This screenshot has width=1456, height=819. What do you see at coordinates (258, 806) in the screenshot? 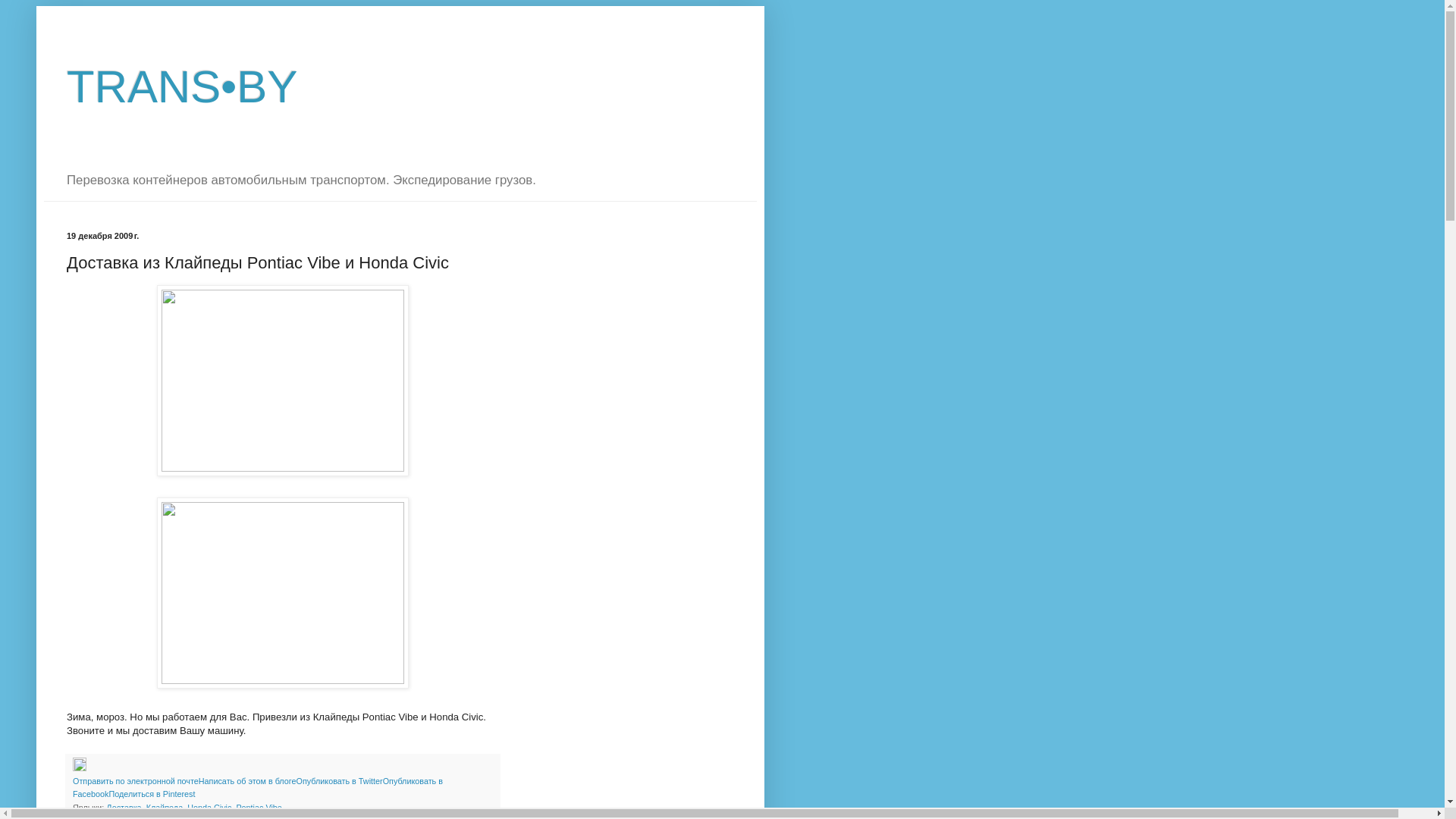
I see `'Pontiac Vibe'` at bounding box center [258, 806].